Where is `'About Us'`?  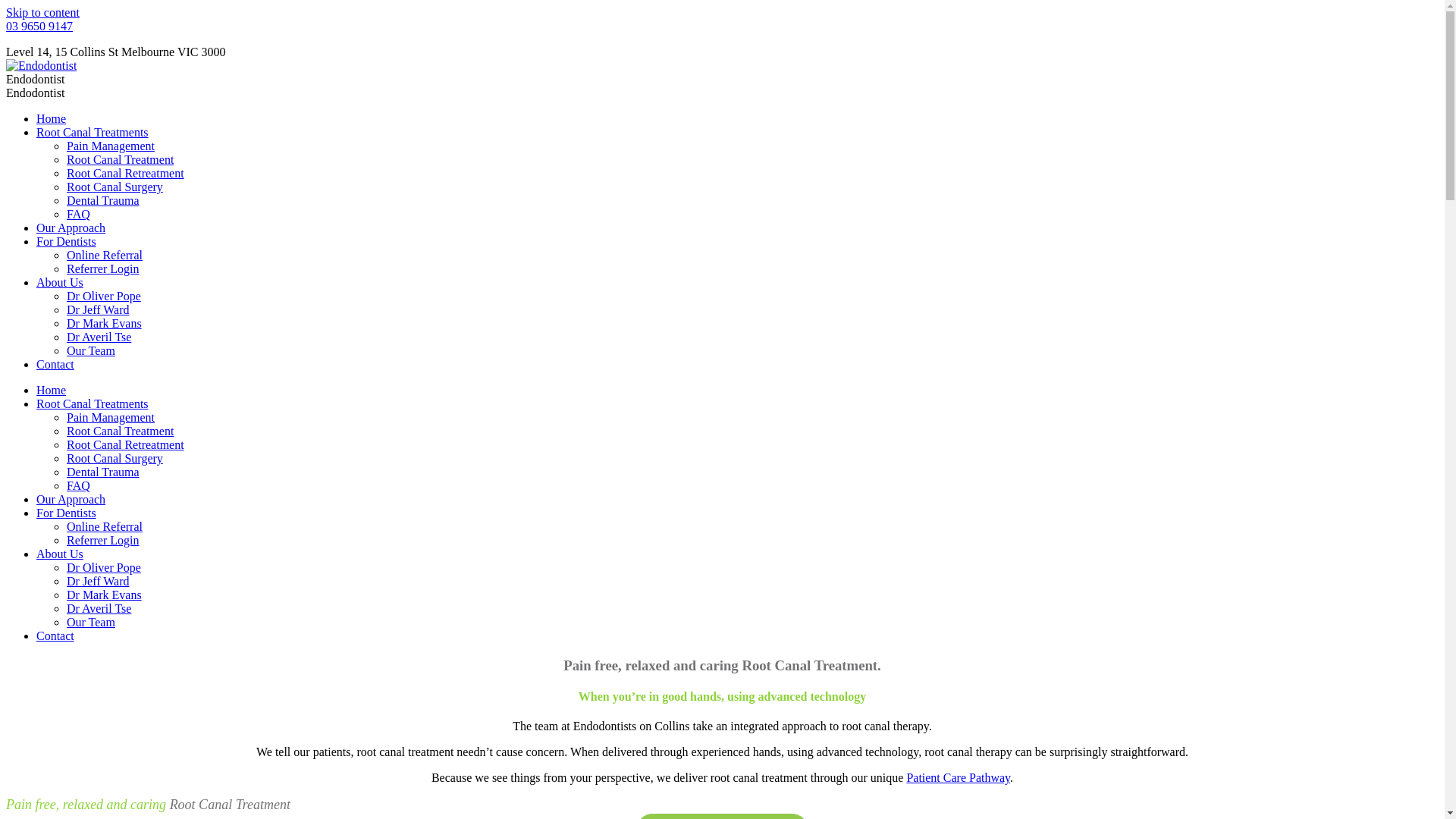 'About Us' is located at coordinates (36, 554).